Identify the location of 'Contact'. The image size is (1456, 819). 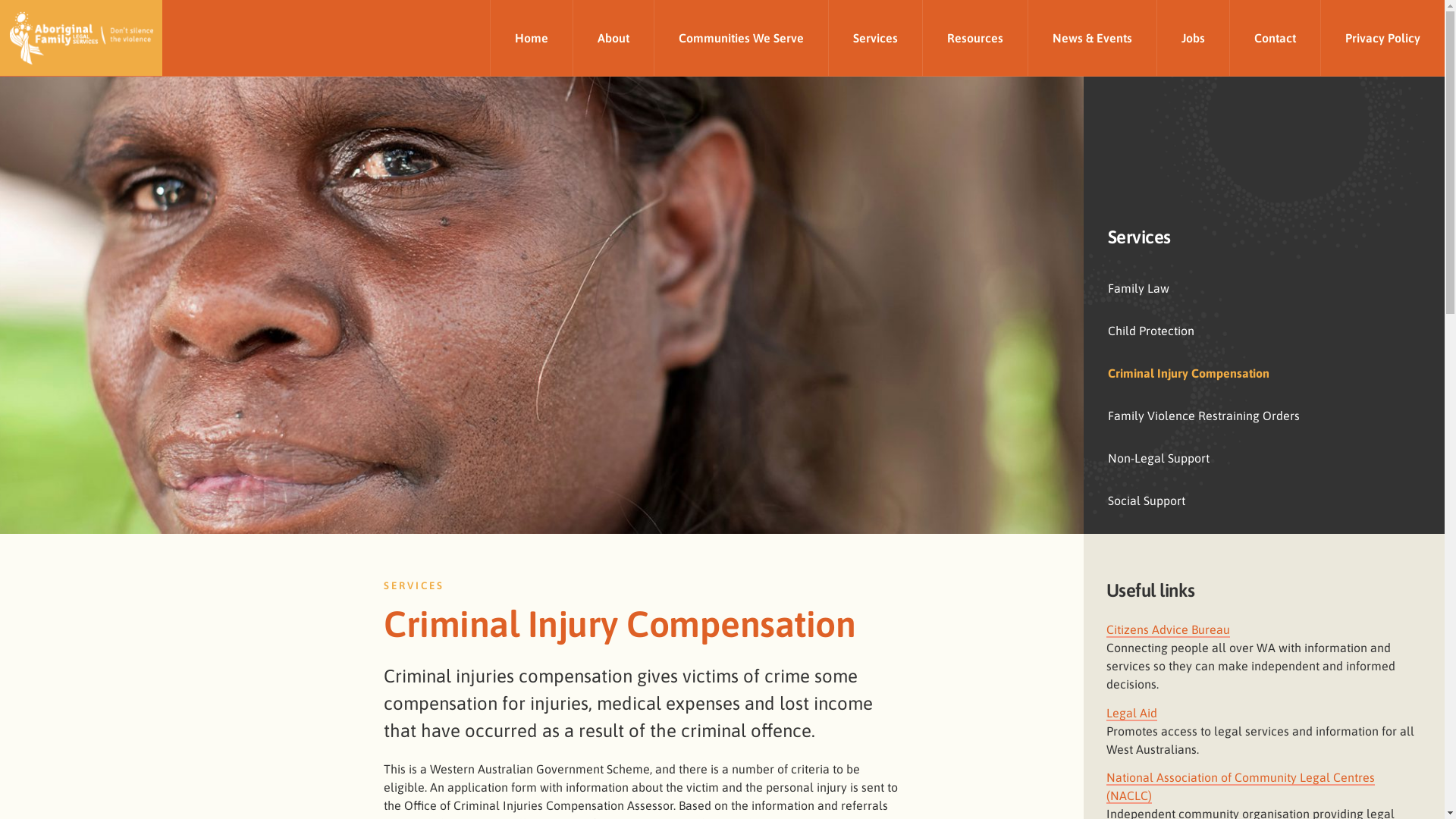
(1274, 37).